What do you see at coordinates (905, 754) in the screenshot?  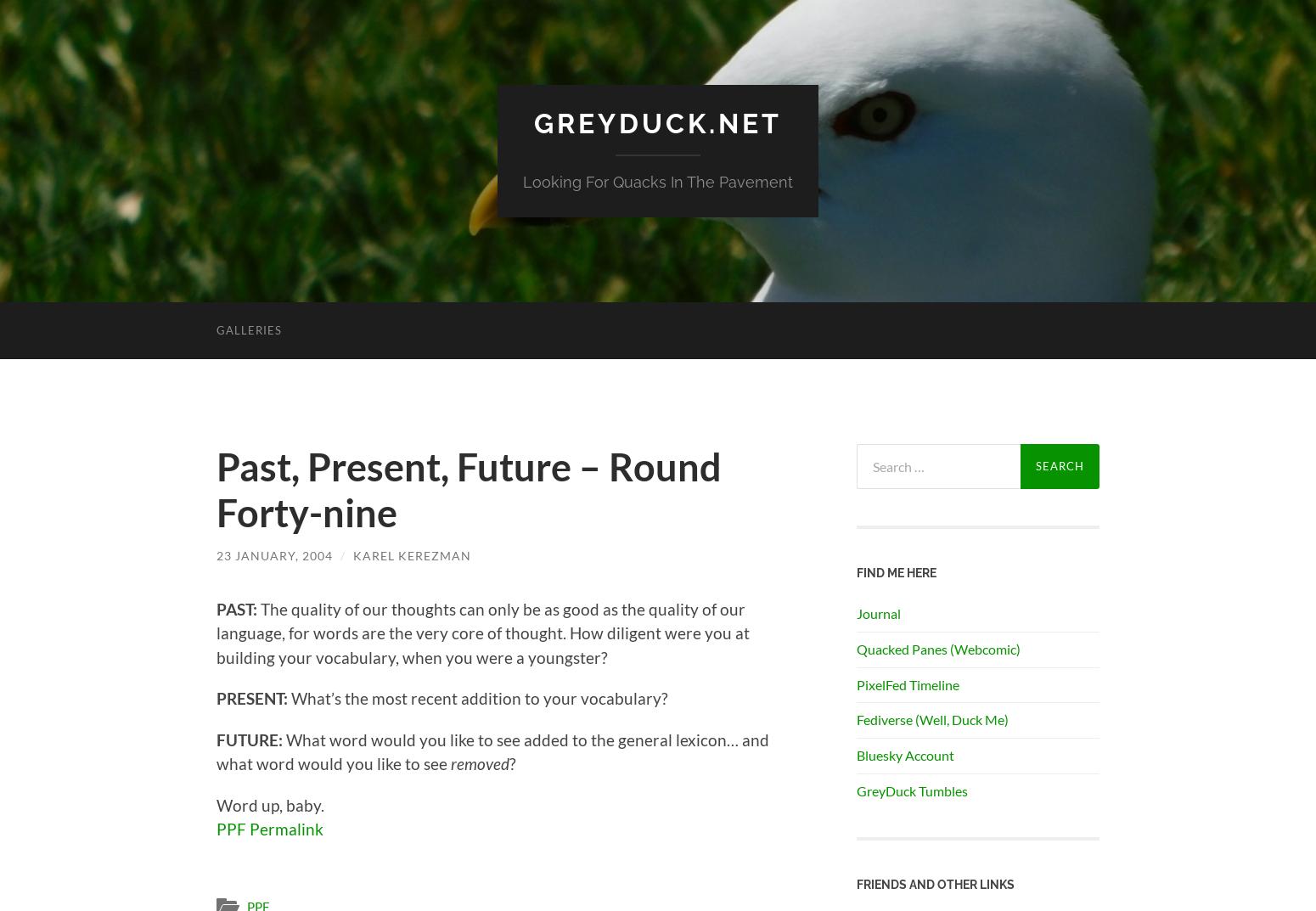 I see `'Bluesky Account'` at bounding box center [905, 754].